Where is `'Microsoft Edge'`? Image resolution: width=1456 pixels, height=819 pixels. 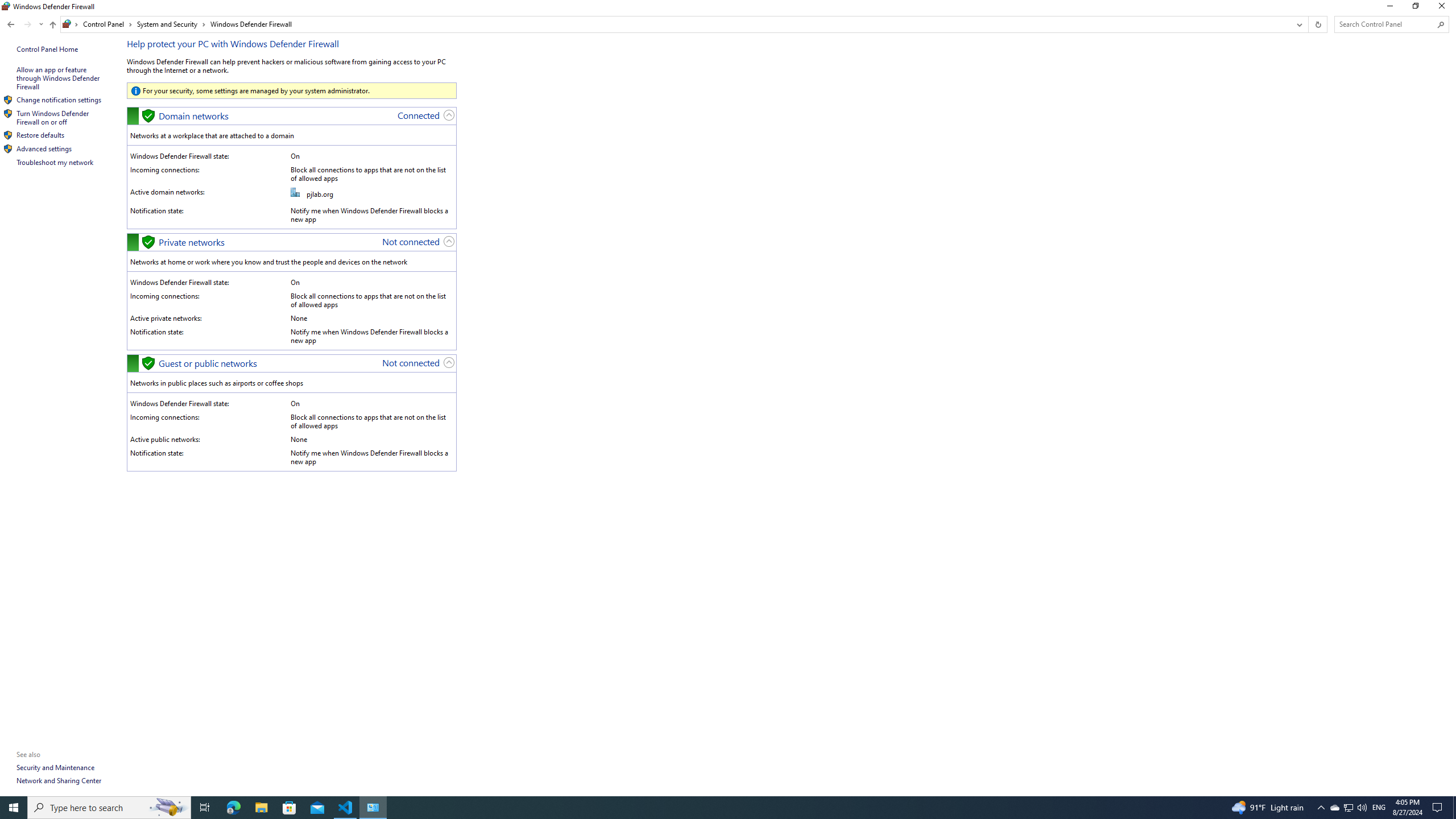
'Microsoft Edge' is located at coordinates (233, 806).